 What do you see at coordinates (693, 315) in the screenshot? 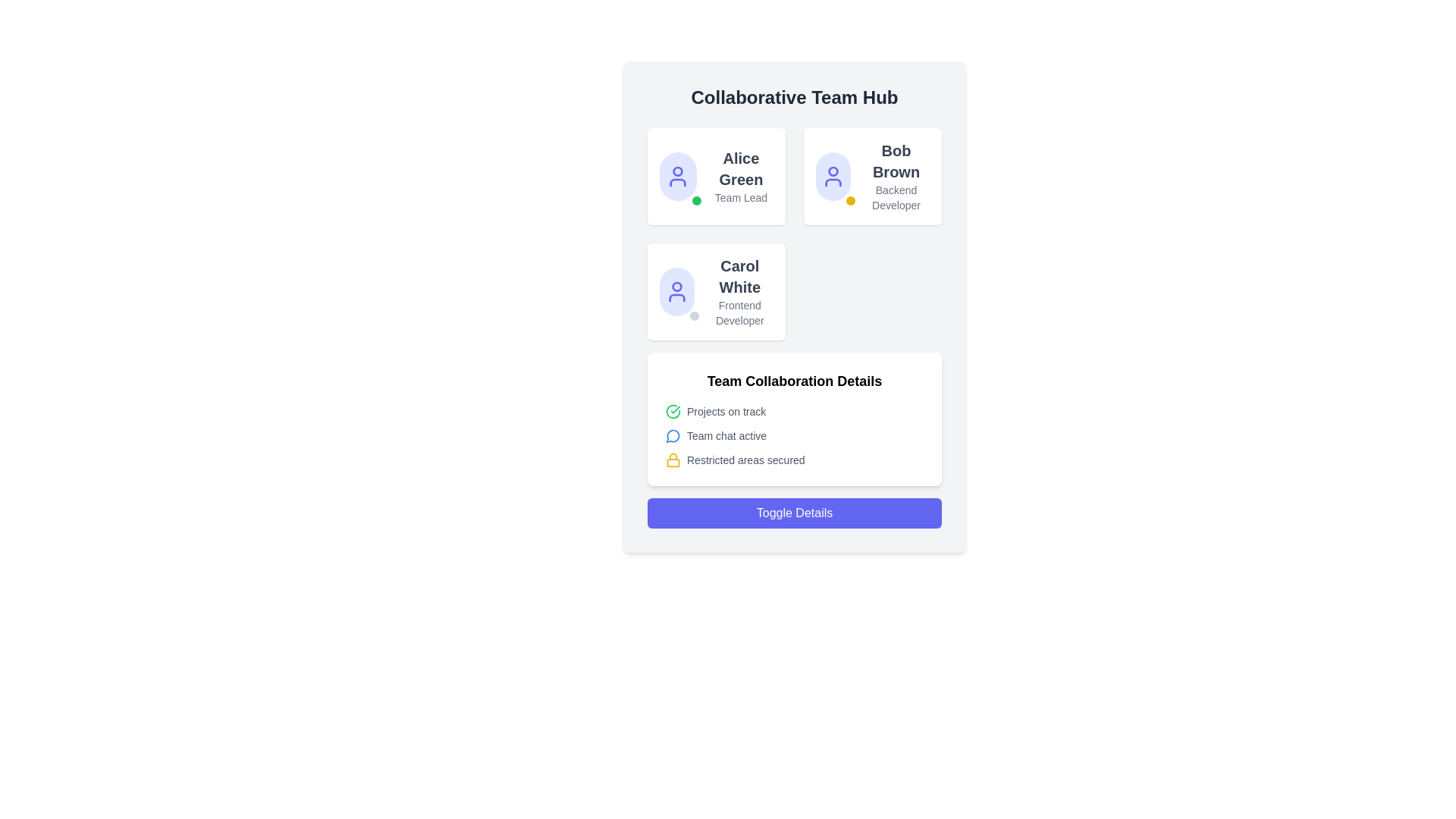
I see `the status indicator located at the bottom-right of Carol White's profile card avatar` at bounding box center [693, 315].